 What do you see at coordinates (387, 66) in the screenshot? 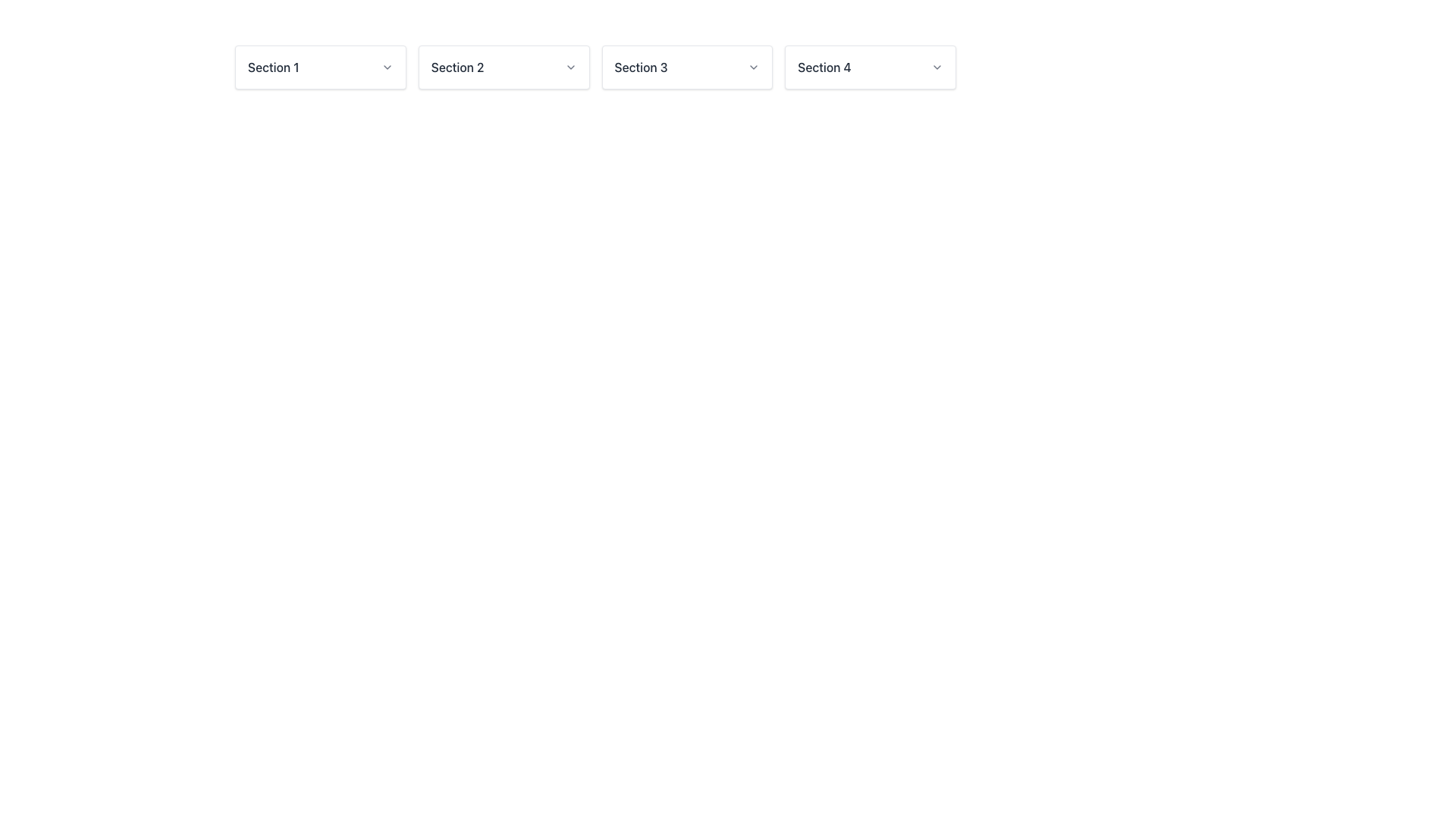
I see `the chevron icon indicating dropdown functionality for 'Section 1', positioned to the right of its label` at bounding box center [387, 66].